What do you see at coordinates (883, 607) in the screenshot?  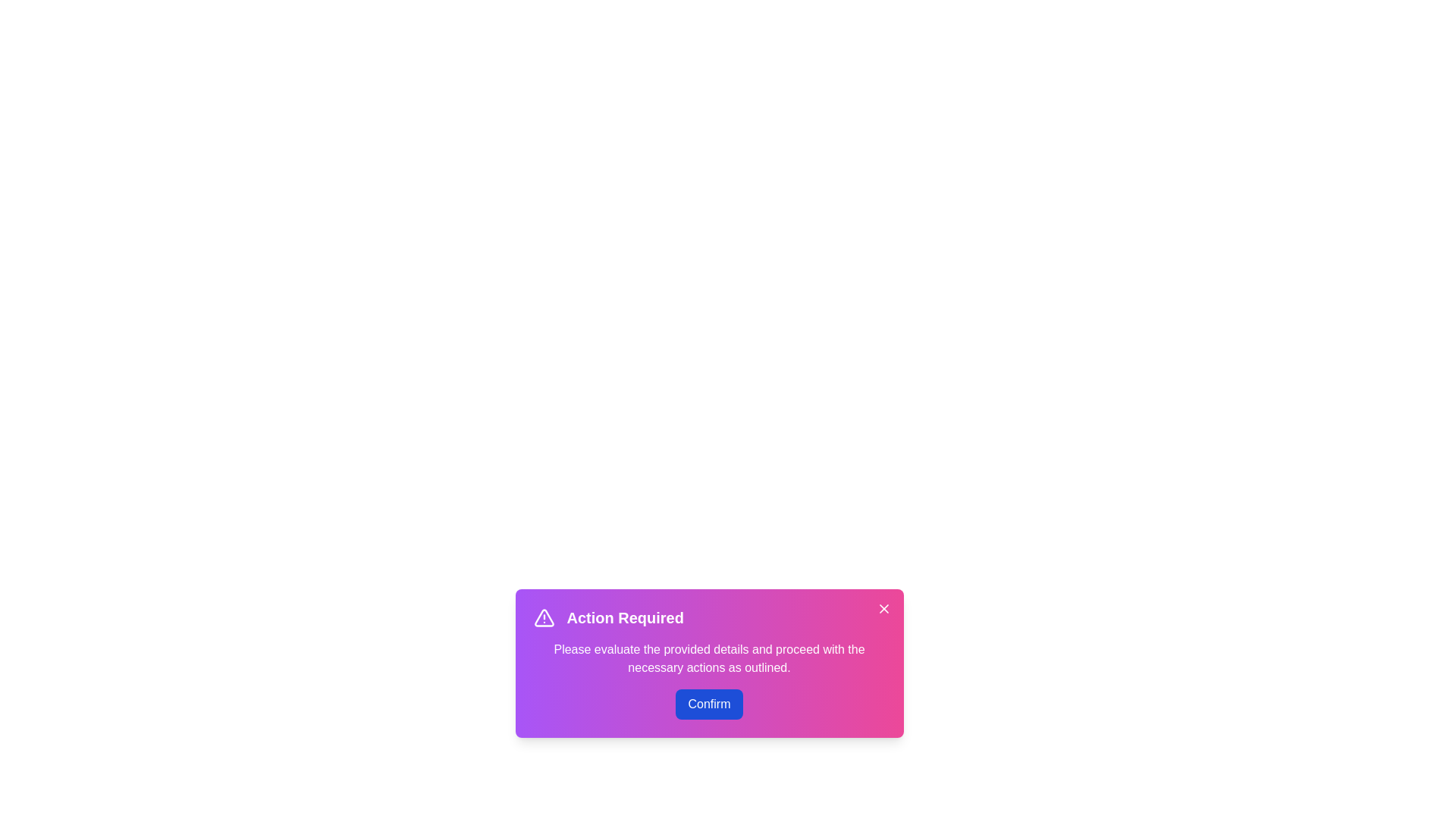 I see `close button located at the top-right corner of the alert` at bounding box center [883, 607].